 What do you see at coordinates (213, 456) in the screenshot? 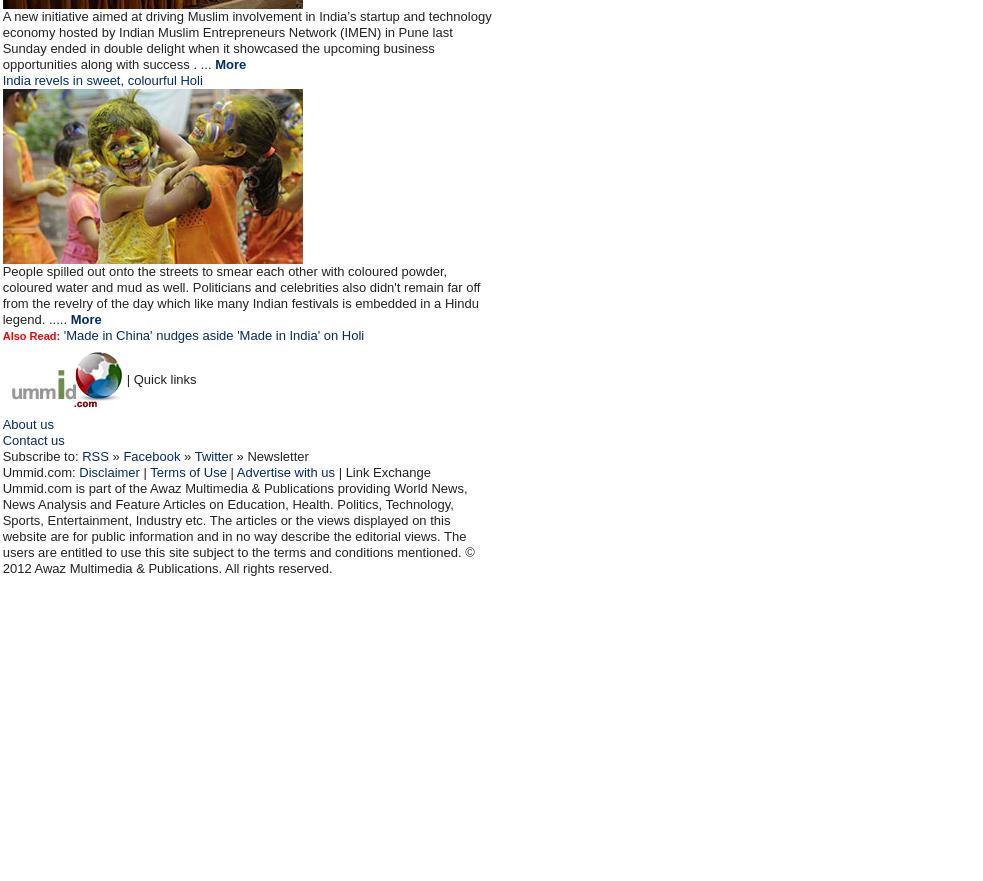
I see `'Twitter'` at bounding box center [213, 456].